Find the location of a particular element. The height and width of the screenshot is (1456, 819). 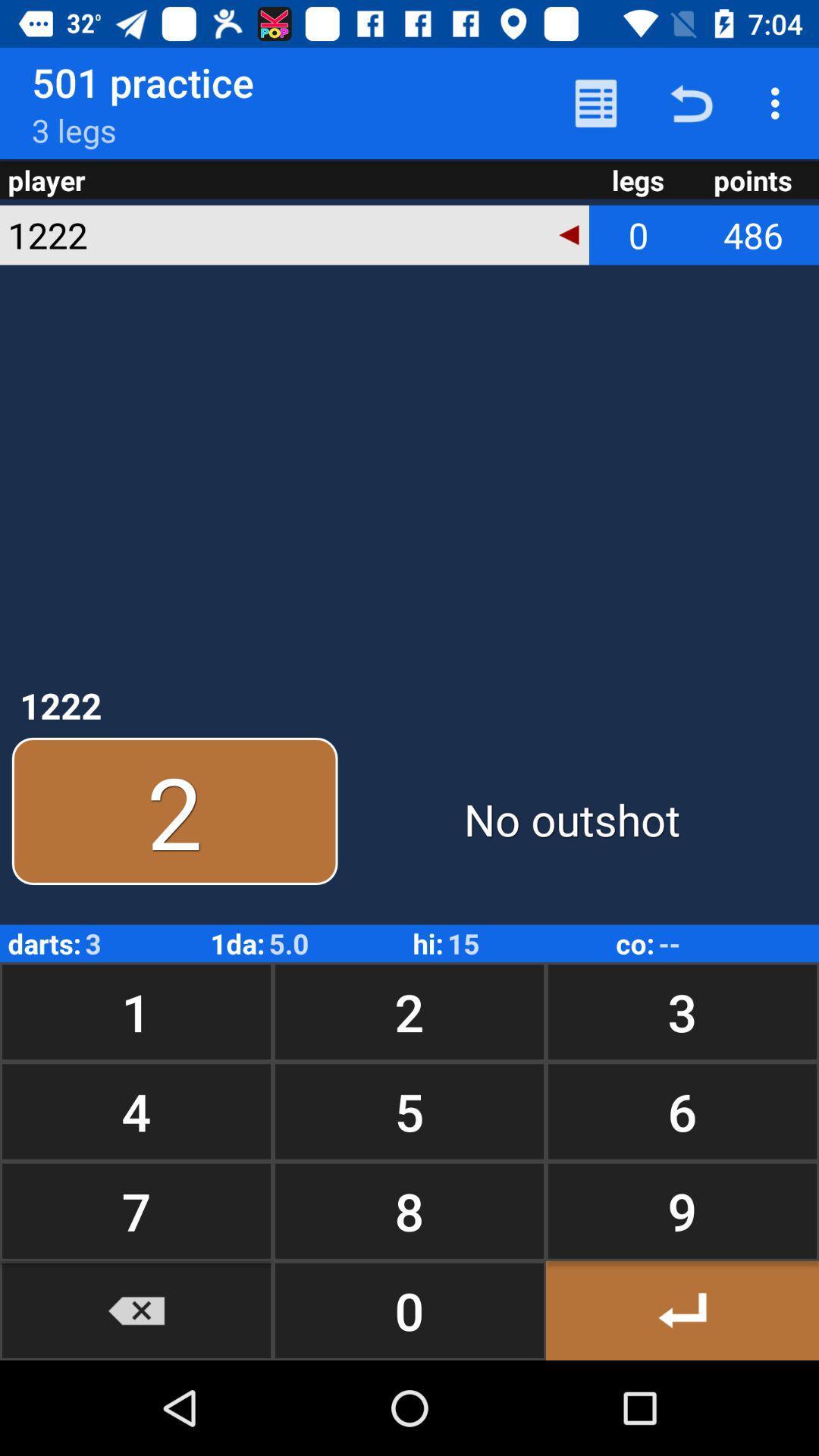

the 7 is located at coordinates (136, 1210).